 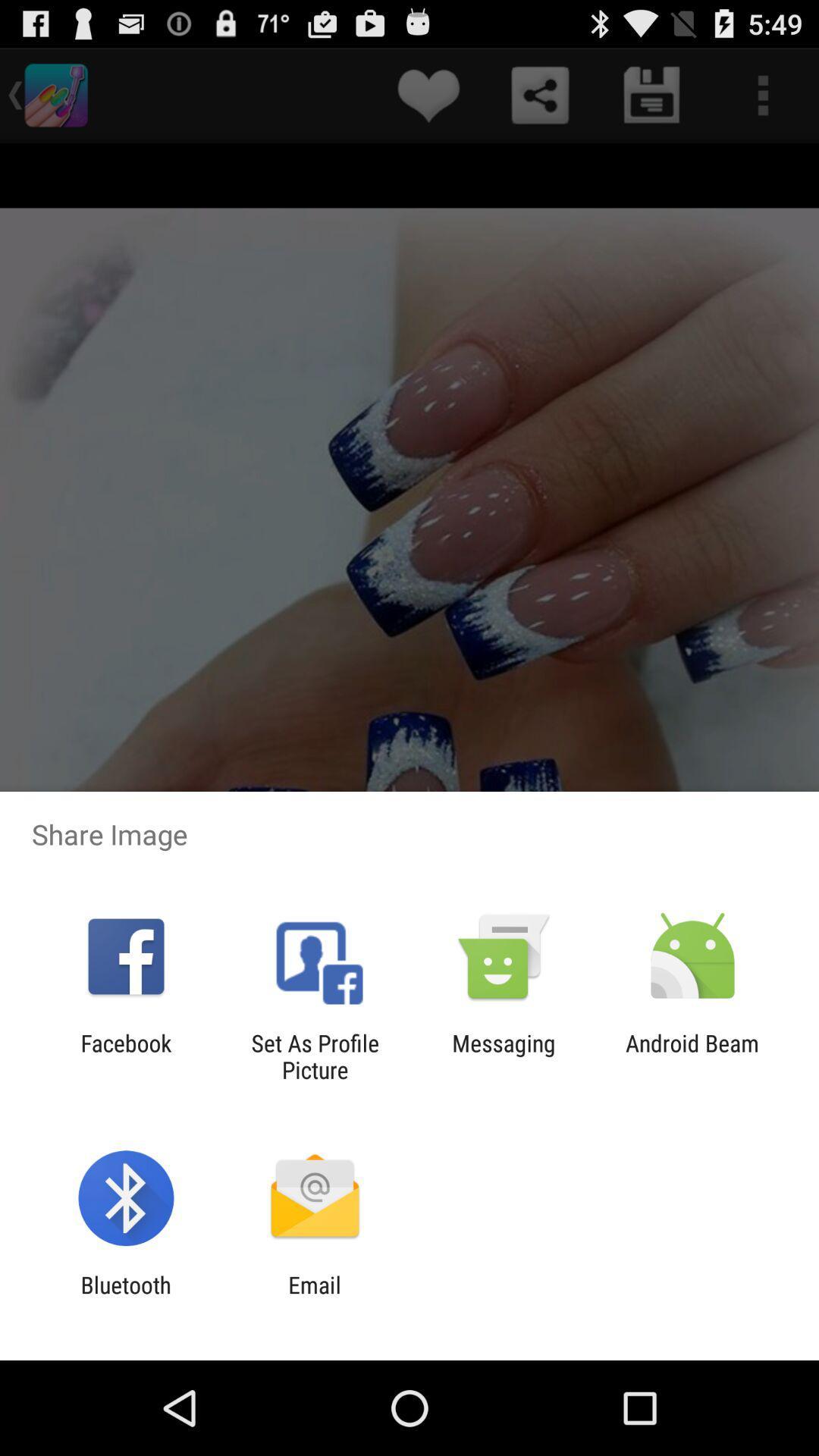 What do you see at coordinates (125, 1056) in the screenshot?
I see `app to the left of set as profile` at bounding box center [125, 1056].